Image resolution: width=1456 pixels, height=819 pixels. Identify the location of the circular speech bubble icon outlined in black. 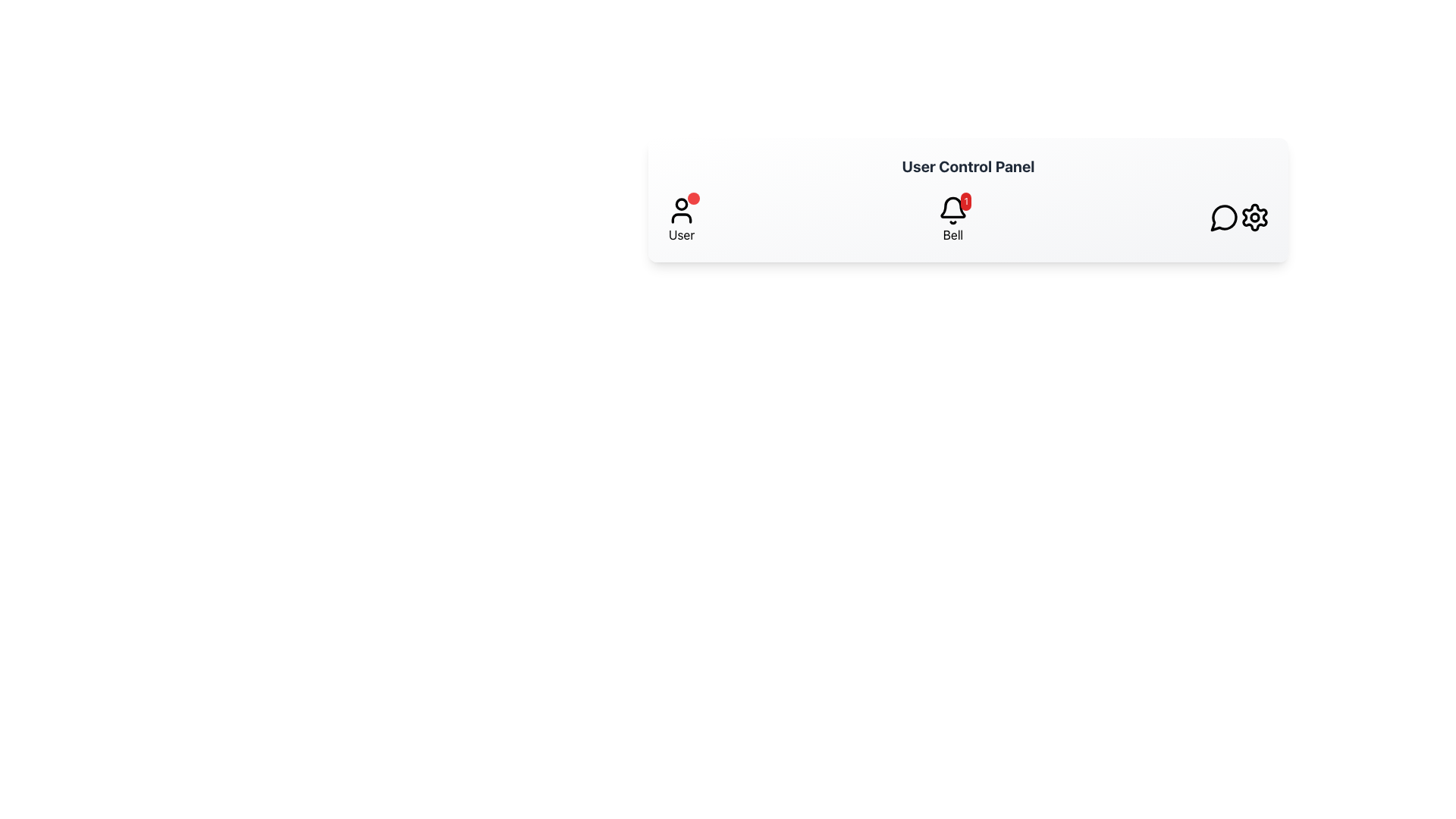
(1224, 217).